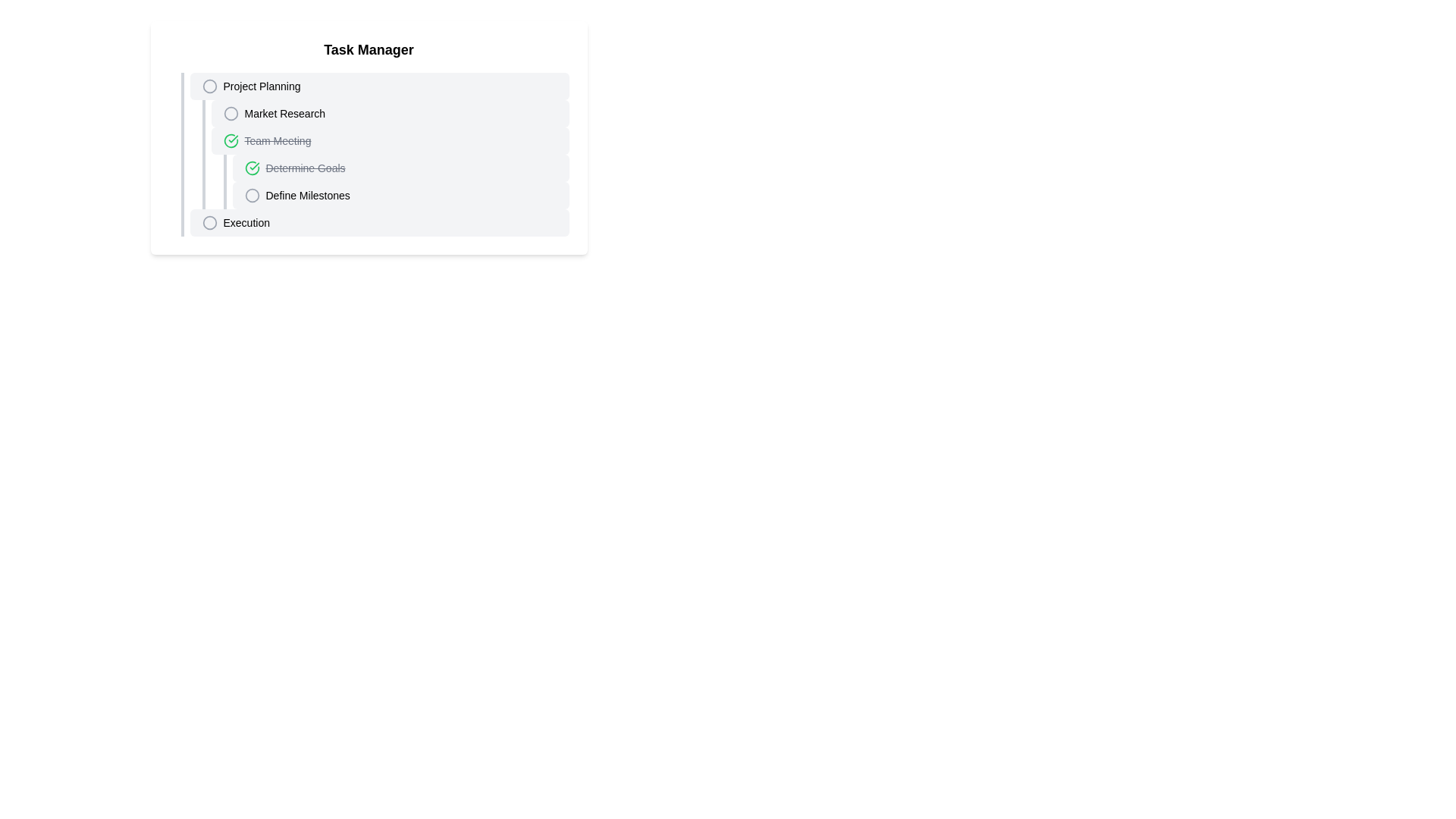 This screenshot has height=819, width=1456. Describe the element at coordinates (400, 168) in the screenshot. I see `the completed task labeled 'Determine Goals', which is displayed with a strikethrough style` at that location.